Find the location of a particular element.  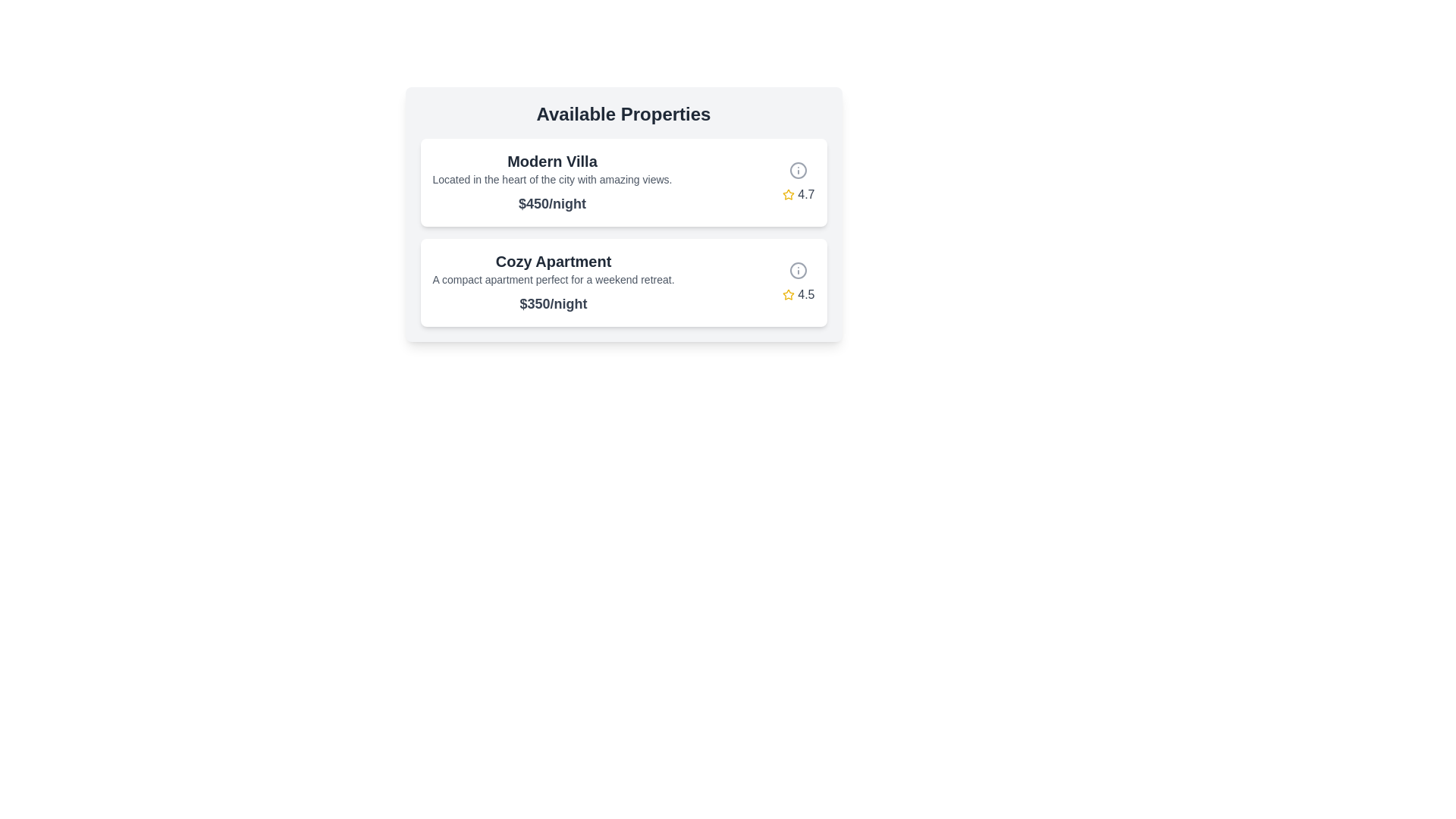

text label 'Available Properties' located at the top of the content card, styled in dark gray and bold is located at coordinates (623, 113).